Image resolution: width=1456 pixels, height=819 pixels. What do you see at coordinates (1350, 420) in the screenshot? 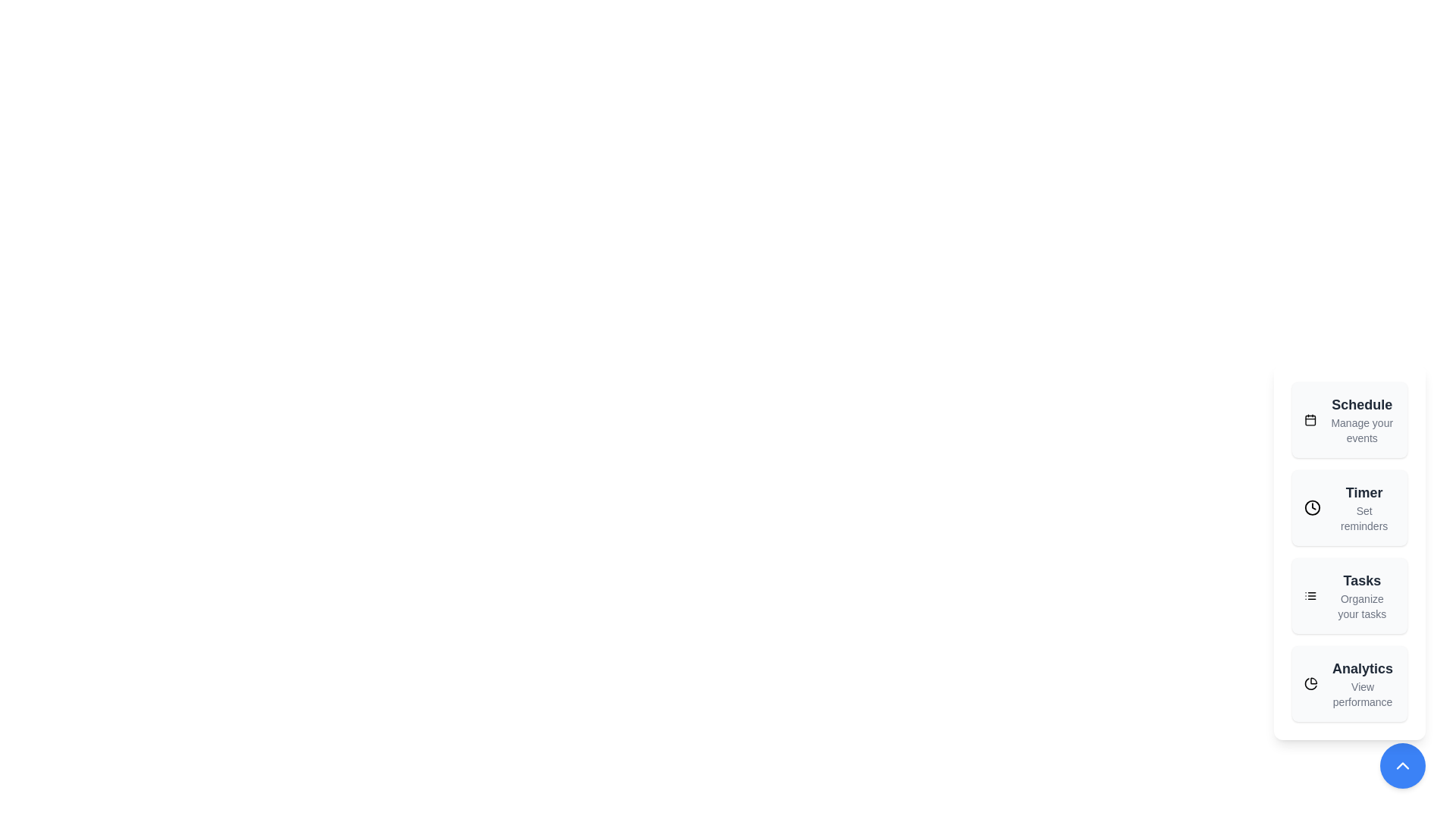
I see `the action item Schedule from the speed dial menu` at bounding box center [1350, 420].